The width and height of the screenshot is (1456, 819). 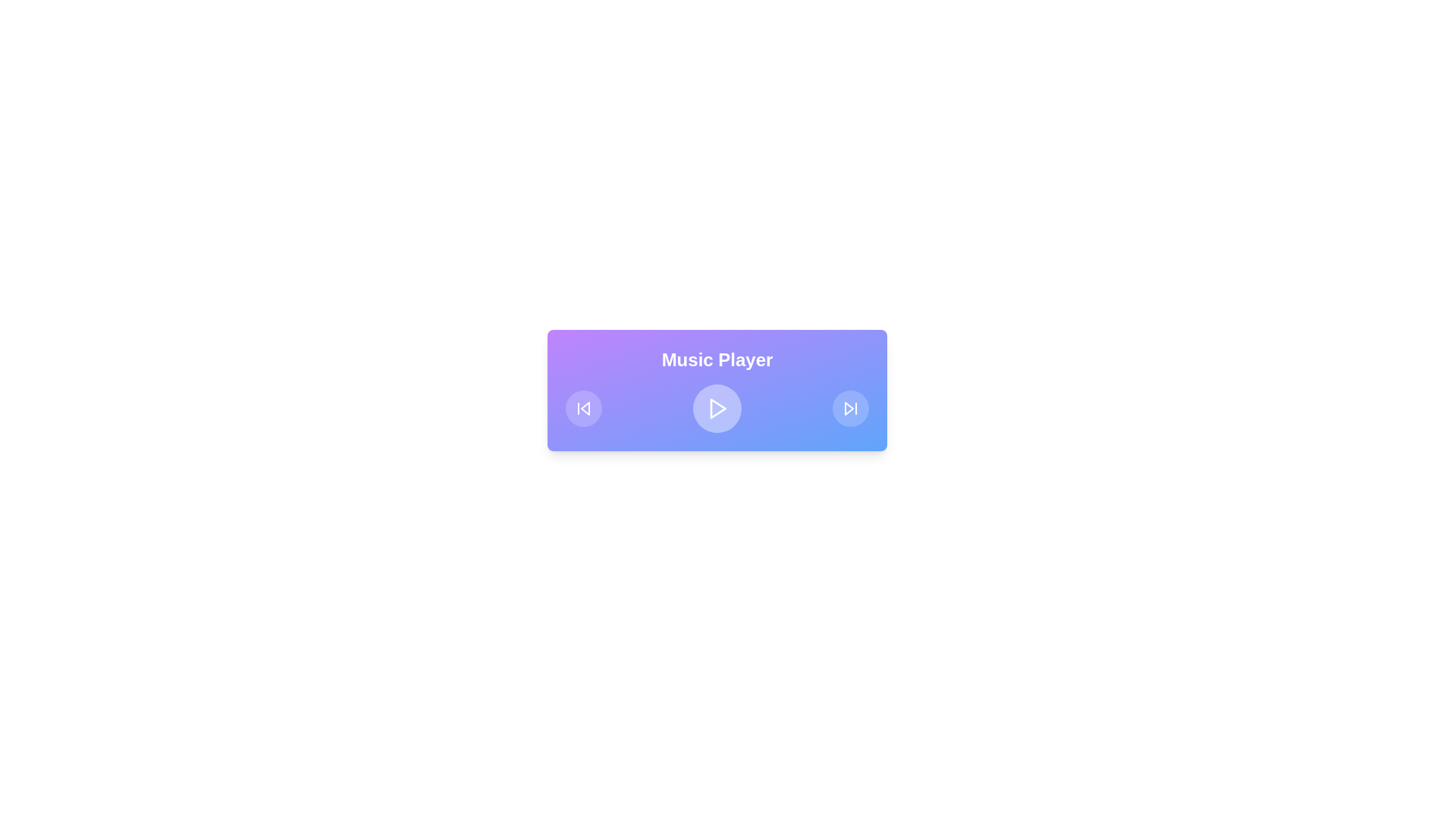 I want to click on the leftmost button in the horizontal row of three controls on the music player interface, so click(x=582, y=408).